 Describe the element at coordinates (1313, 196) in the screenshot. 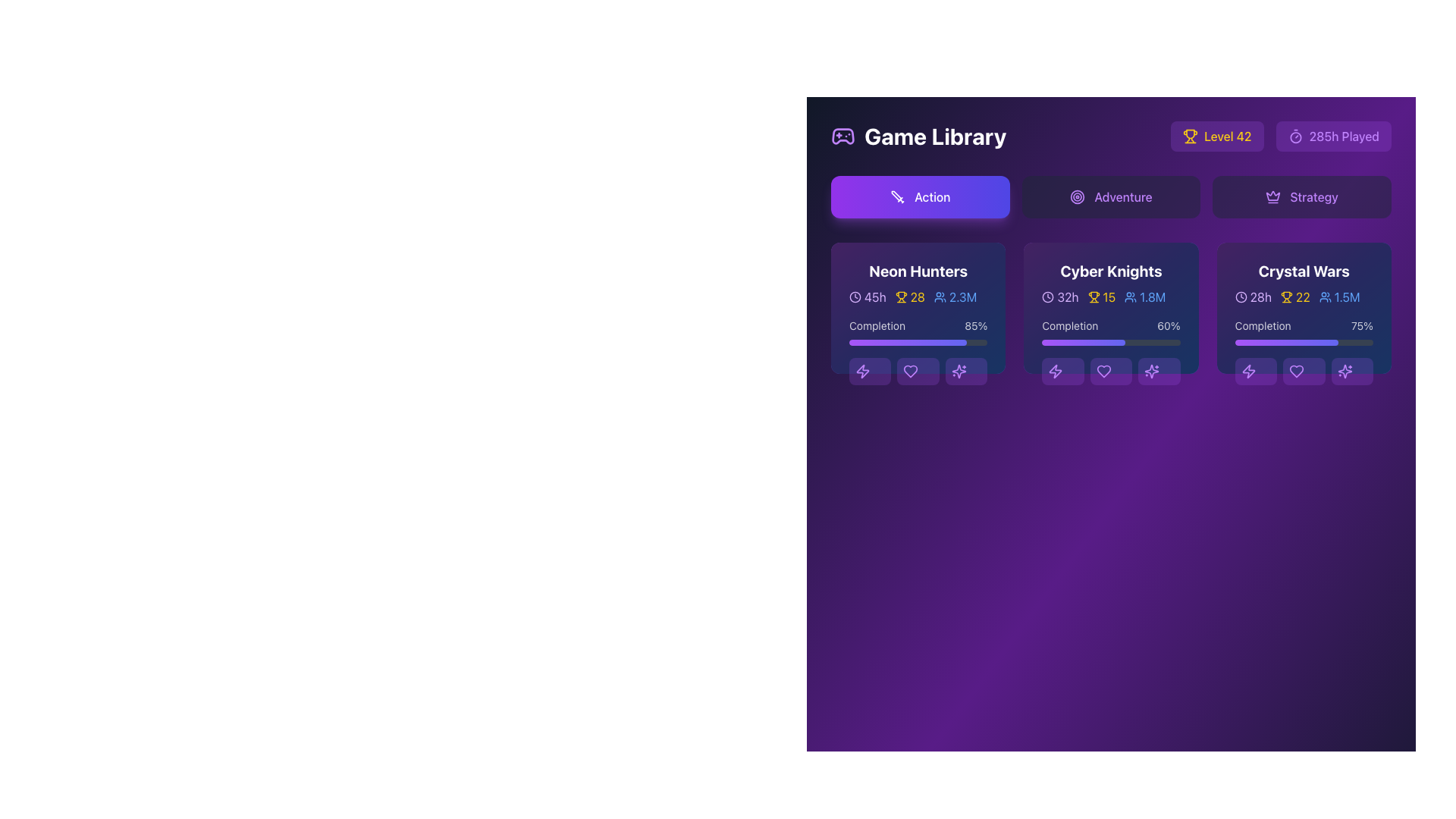

I see `the text label displaying 'Strategy' in purple` at that location.